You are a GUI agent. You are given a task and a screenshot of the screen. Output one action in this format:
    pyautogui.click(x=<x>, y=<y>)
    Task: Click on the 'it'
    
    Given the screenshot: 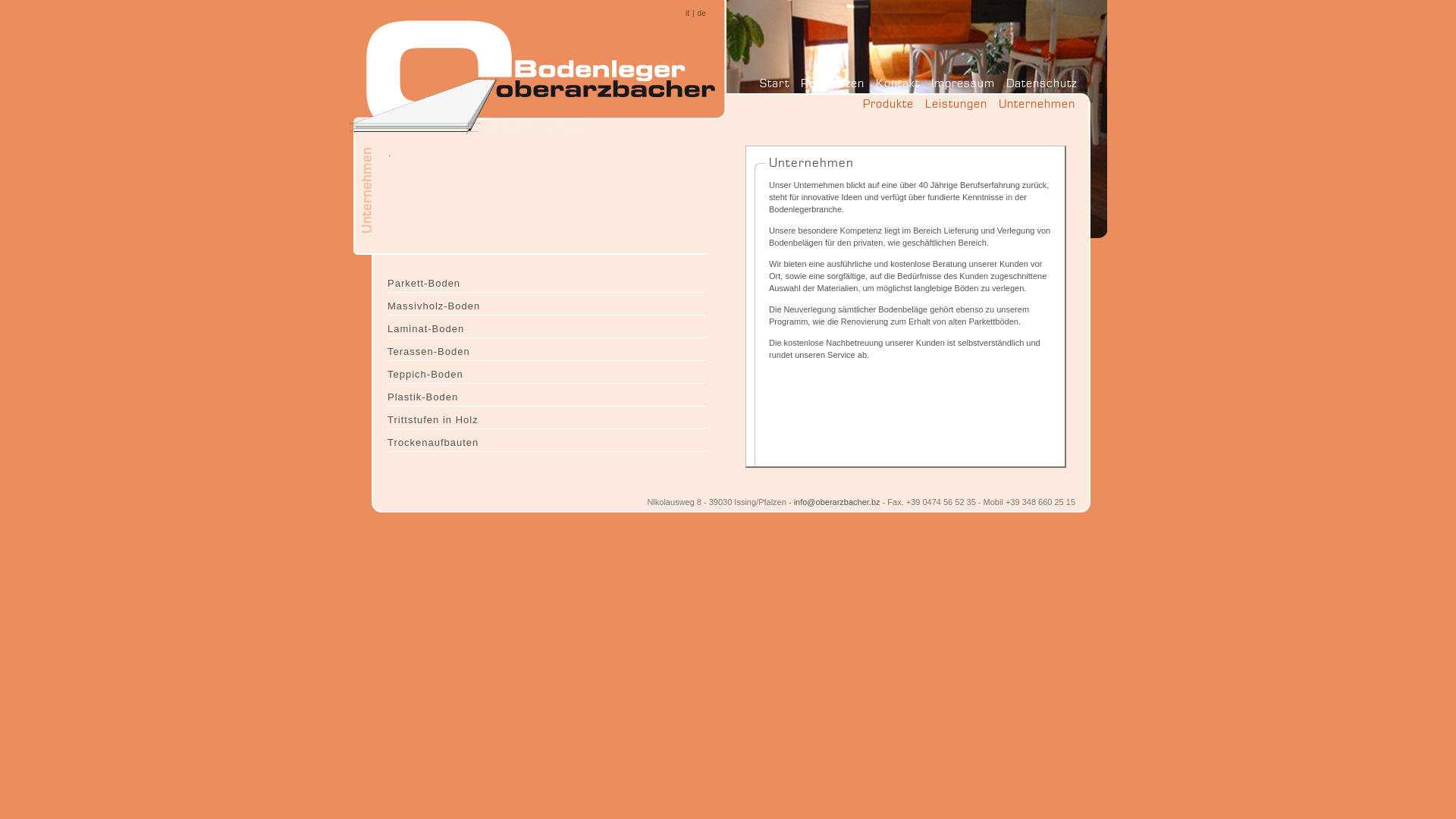 What is the action you would take?
    pyautogui.click(x=686, y=13)
    